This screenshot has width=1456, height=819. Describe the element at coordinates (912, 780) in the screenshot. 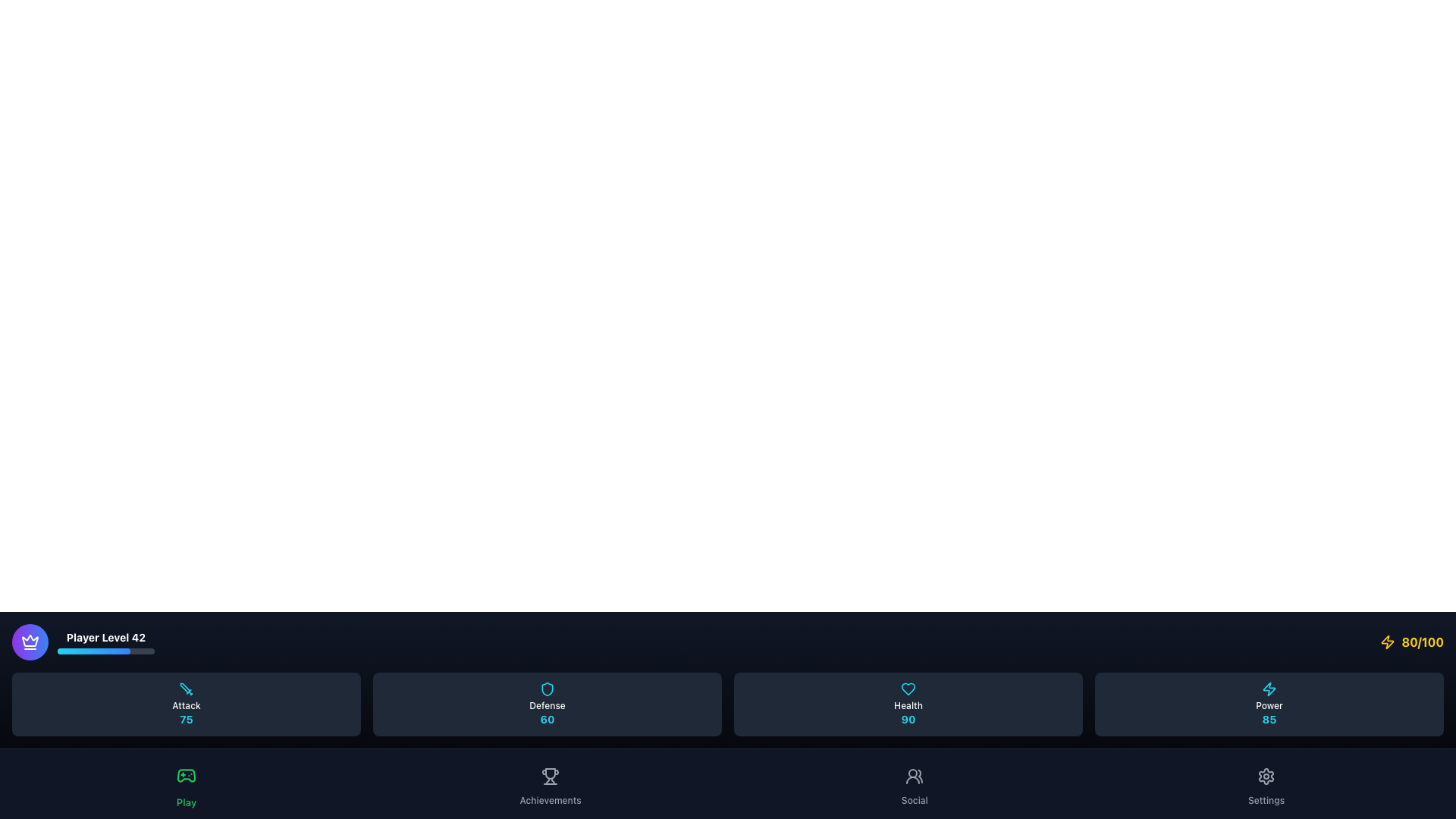

I see `the curved line part of the group icon located at the bottom of the interface, which represents social features` at that location.